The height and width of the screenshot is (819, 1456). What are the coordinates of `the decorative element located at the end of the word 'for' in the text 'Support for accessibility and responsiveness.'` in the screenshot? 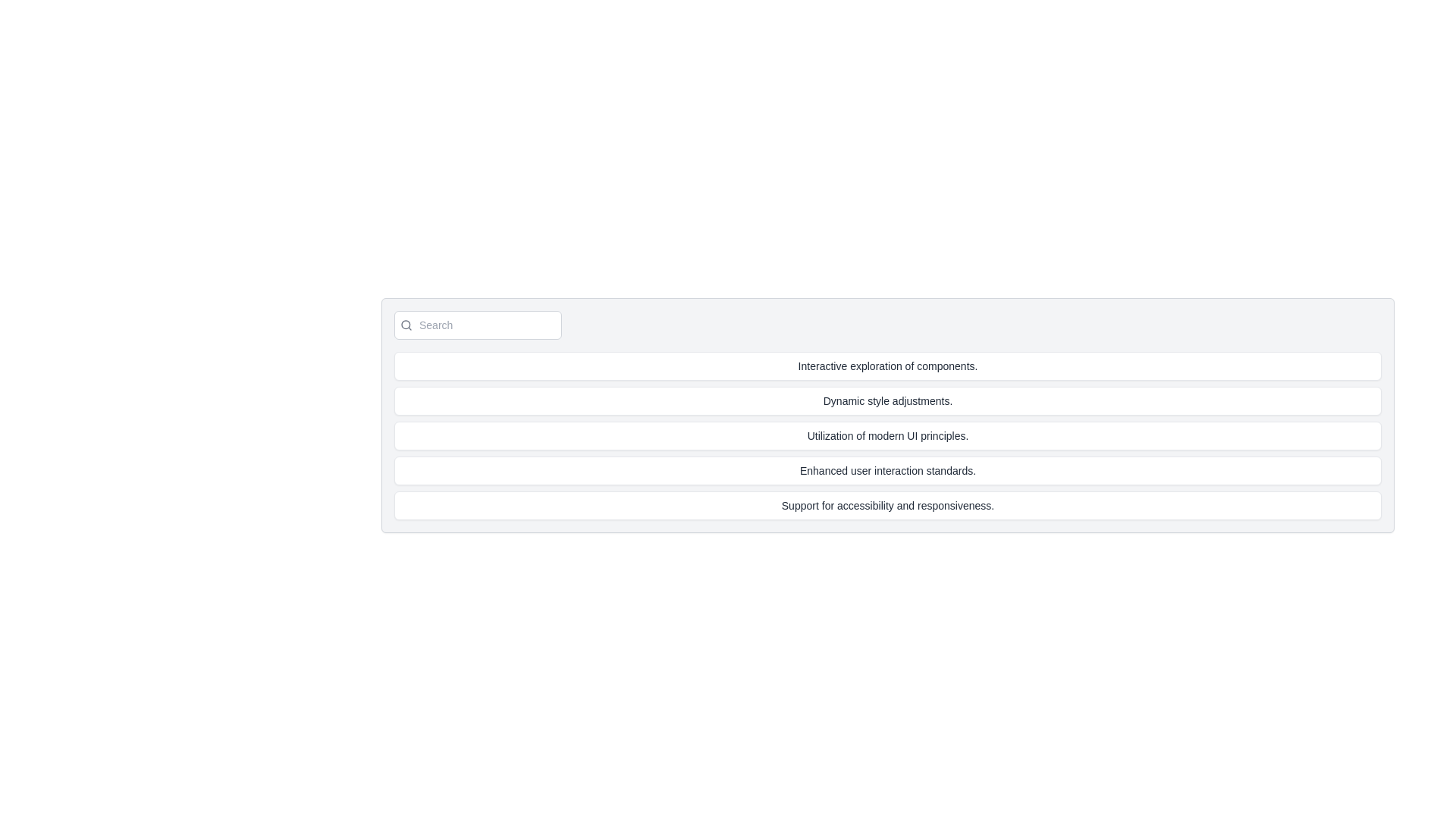 It's located at (819, 506).